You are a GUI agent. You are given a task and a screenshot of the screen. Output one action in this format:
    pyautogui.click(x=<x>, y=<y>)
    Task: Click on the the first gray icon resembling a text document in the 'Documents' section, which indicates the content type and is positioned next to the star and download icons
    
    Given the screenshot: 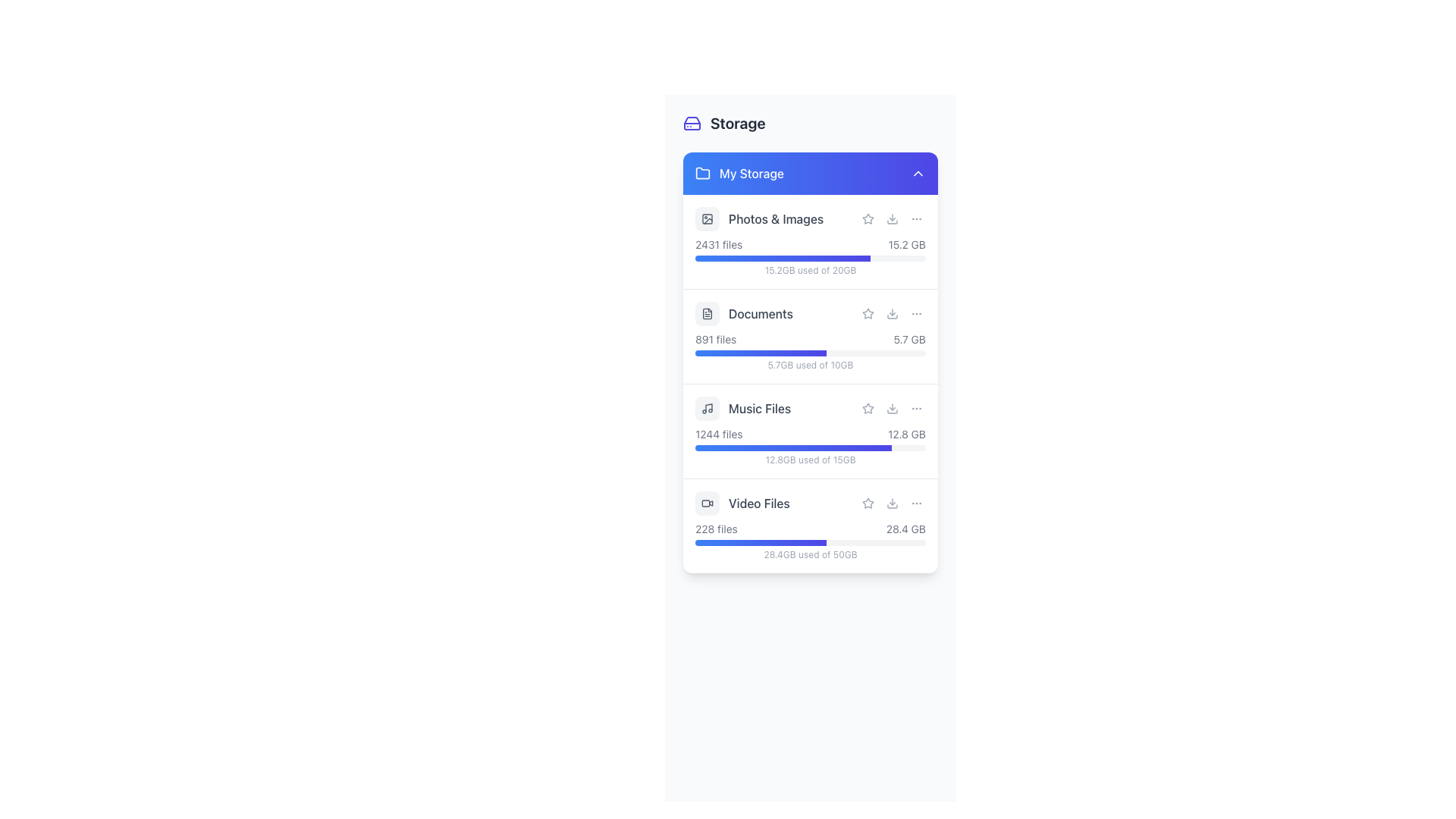 What is the action you would take?
    pyautogui.click(x=706, y=312)
    